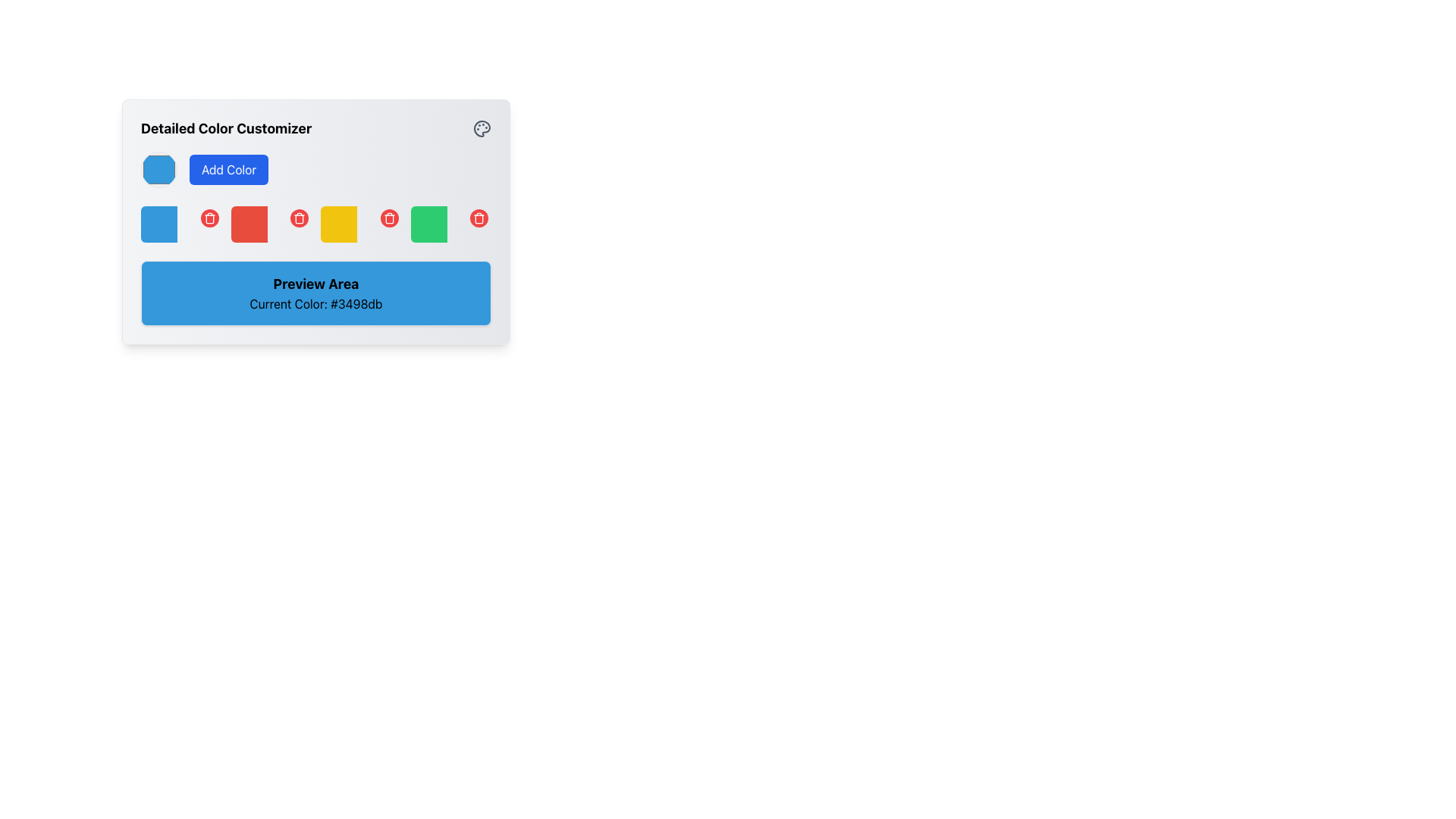 This screenshot has width=1456, height=819. Describe the element at coordinates (299, 218) in the screenshot. I see `the delete button for the red color swatch, which is the third button in the row of five under 'Detailed Color Customizer'` at that location.